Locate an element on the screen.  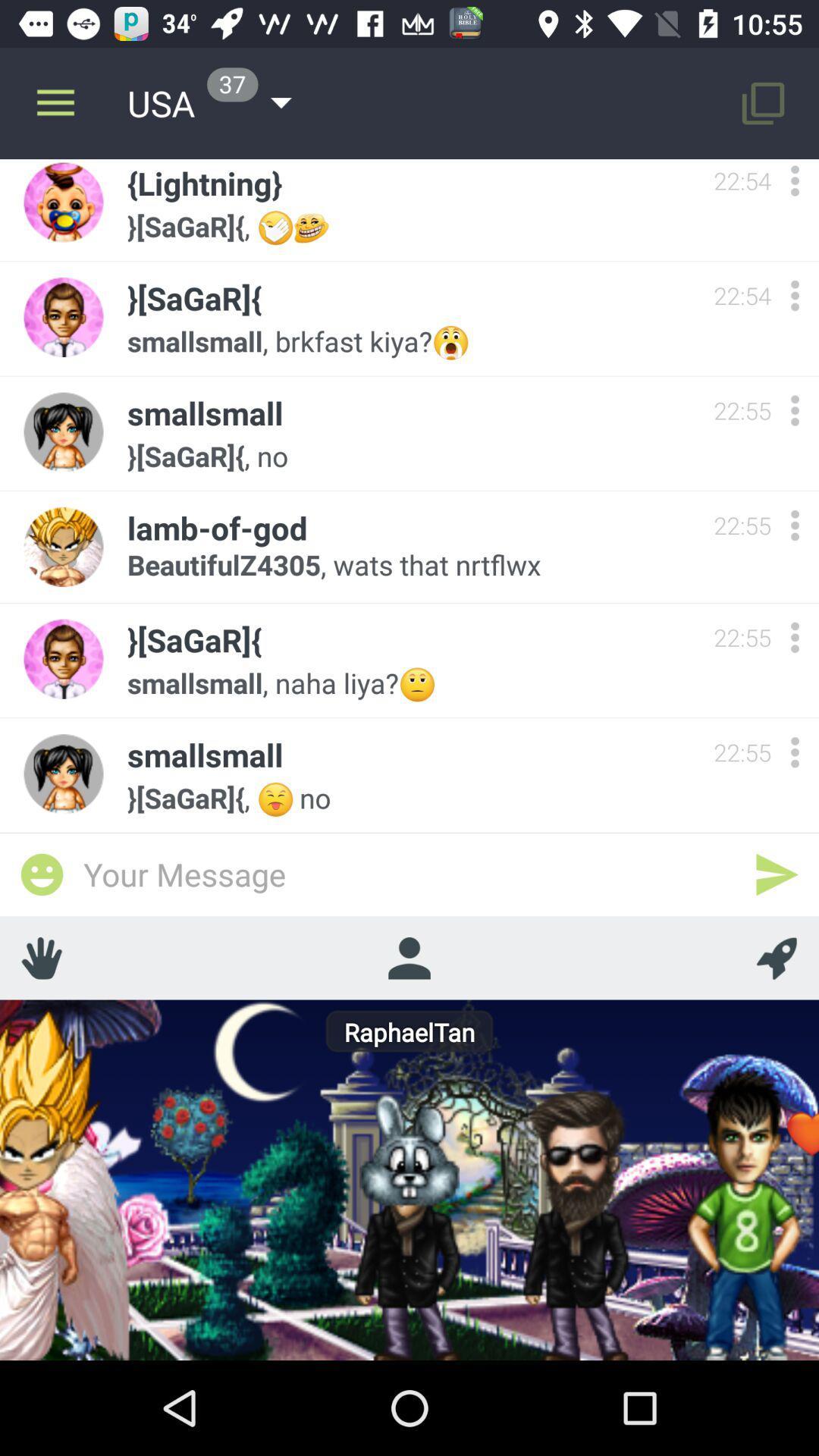
settings button is located at coordinates (794, 752).